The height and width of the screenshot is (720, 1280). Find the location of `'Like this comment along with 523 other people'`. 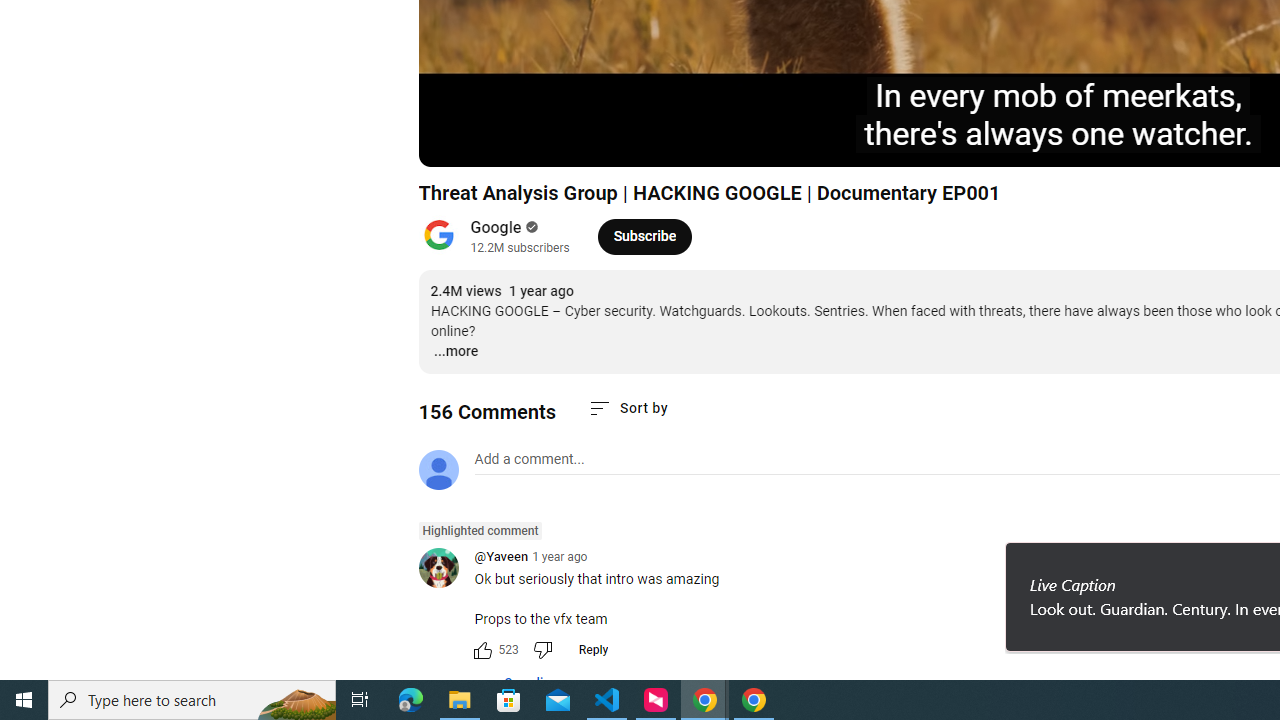

'Like this comment along with 523 other people' is located at coordinates (482, 650).